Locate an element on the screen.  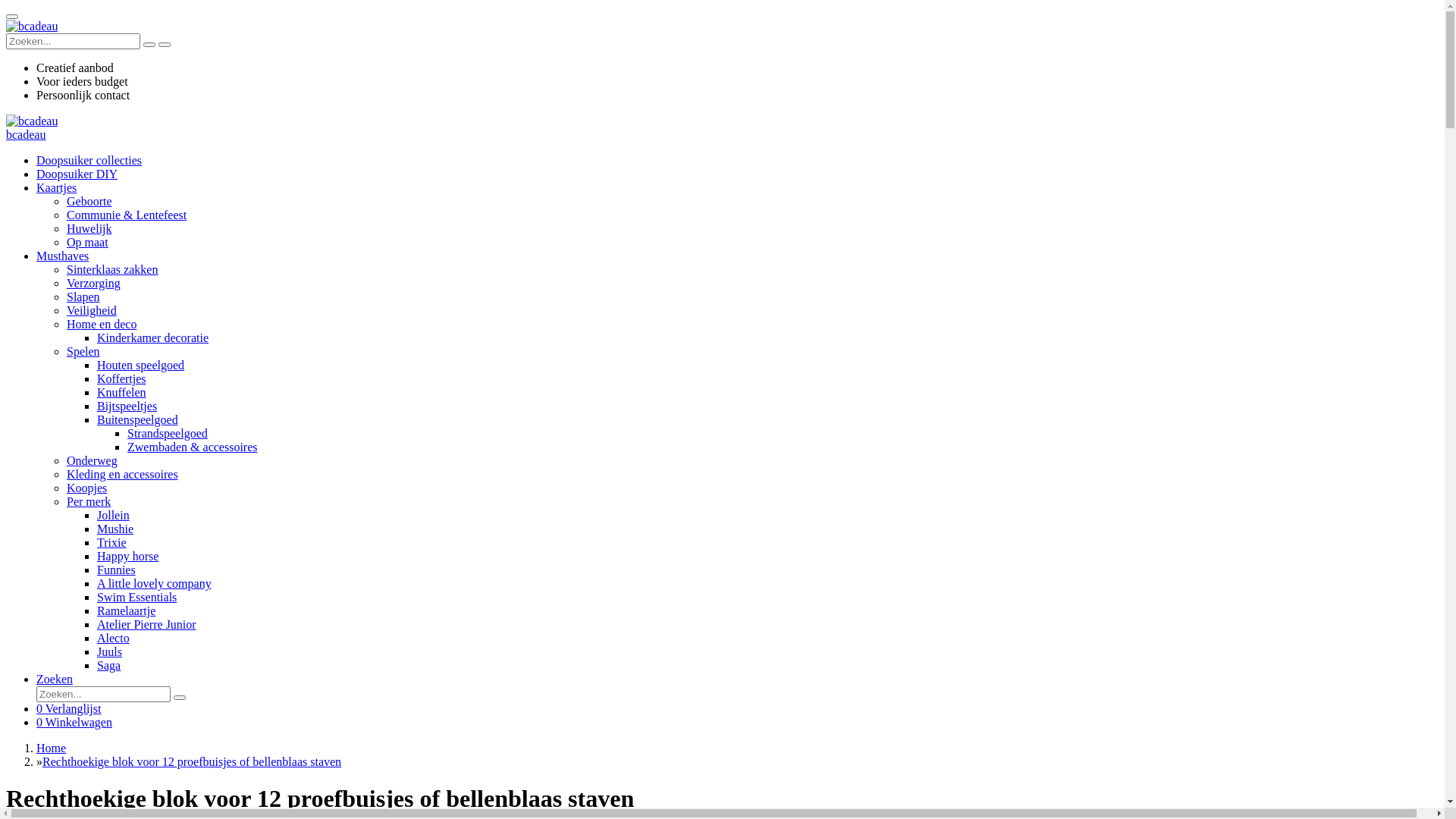
'0 Winkelwagen' is located at coordinates (73, 721).